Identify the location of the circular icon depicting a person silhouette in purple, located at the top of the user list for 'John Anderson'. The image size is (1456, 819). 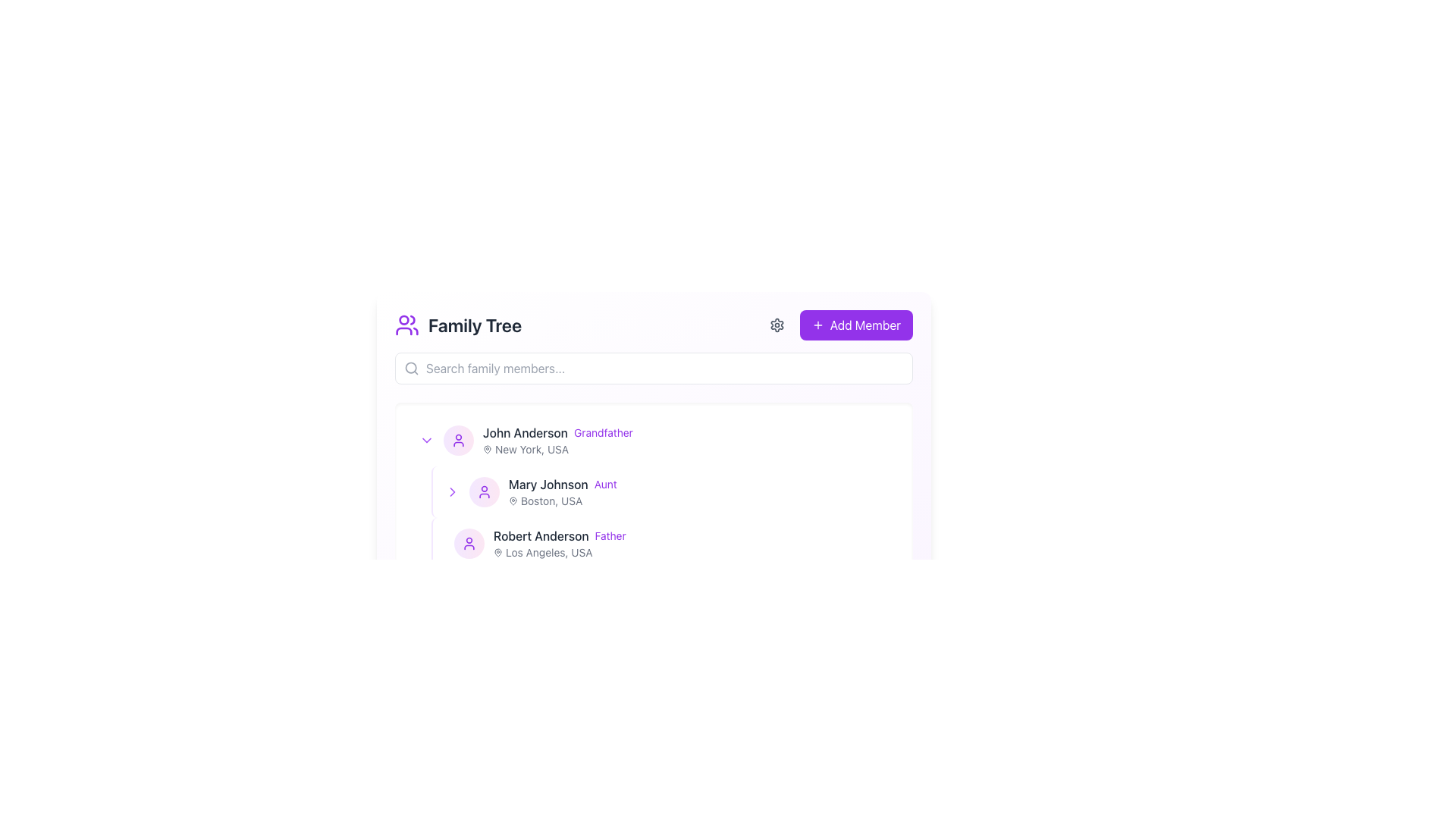
(457, 441).